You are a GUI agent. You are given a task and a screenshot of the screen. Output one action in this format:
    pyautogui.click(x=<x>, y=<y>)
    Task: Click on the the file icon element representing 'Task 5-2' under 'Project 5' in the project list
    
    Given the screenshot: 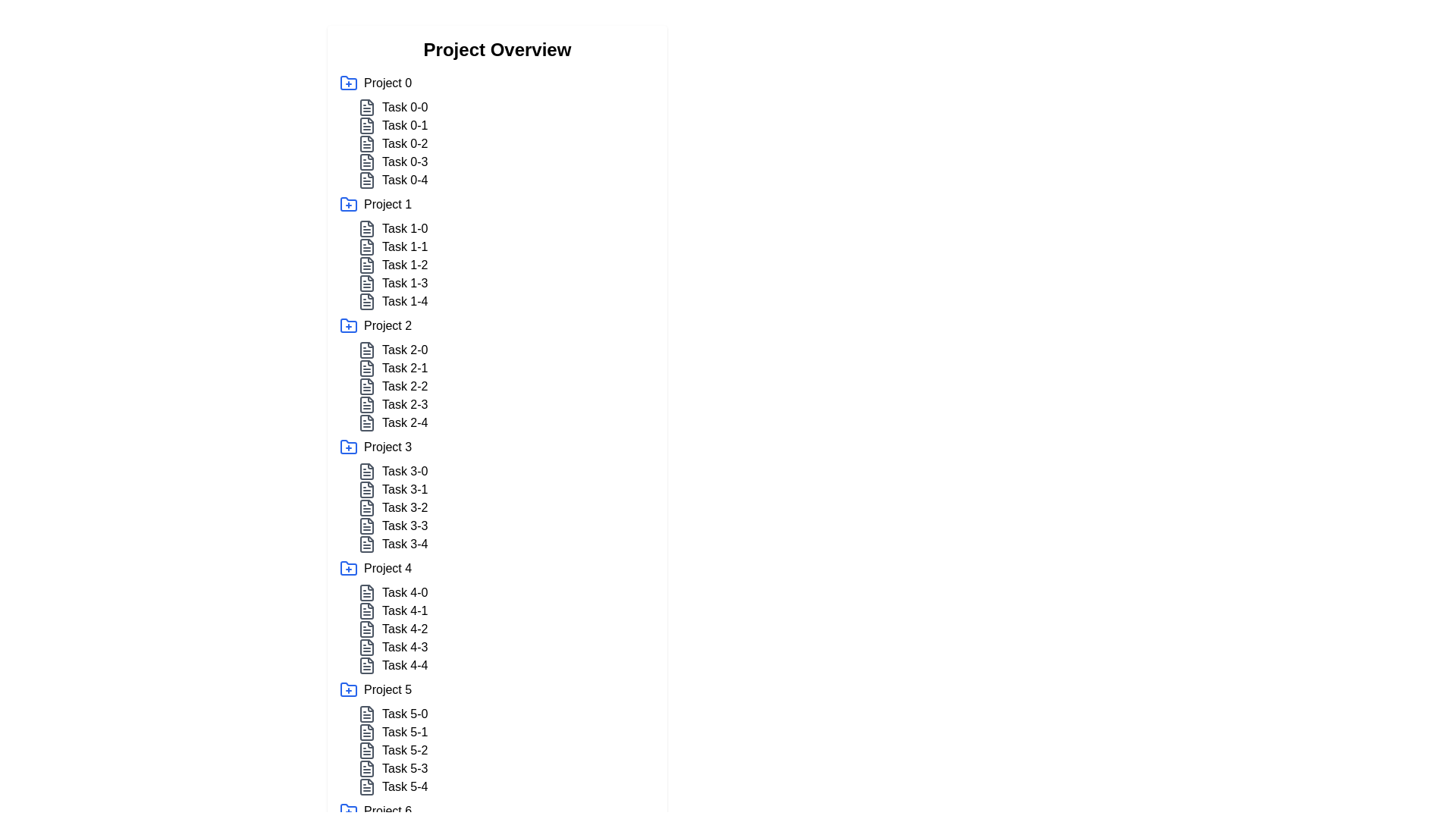 What is the action you would take?
    pyautogui.click(x=367, y=751)
    